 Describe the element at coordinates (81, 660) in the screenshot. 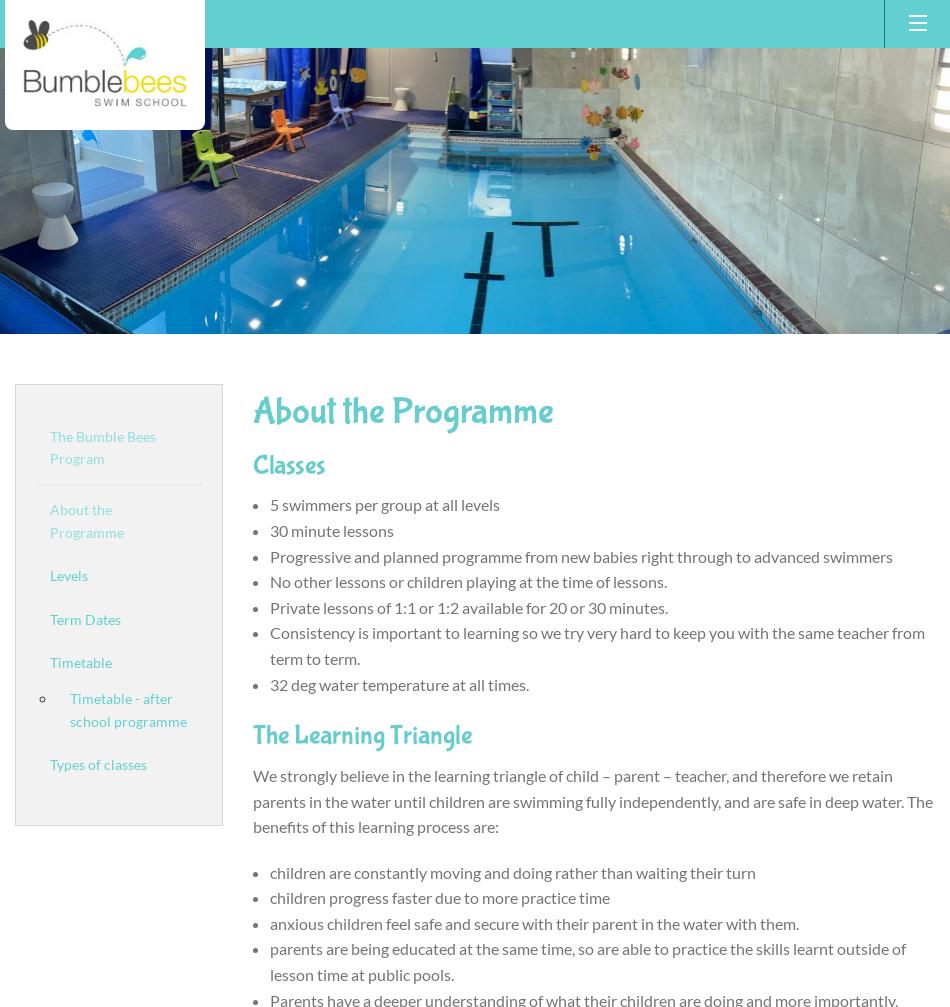

I see `'Timetable'` at that location.